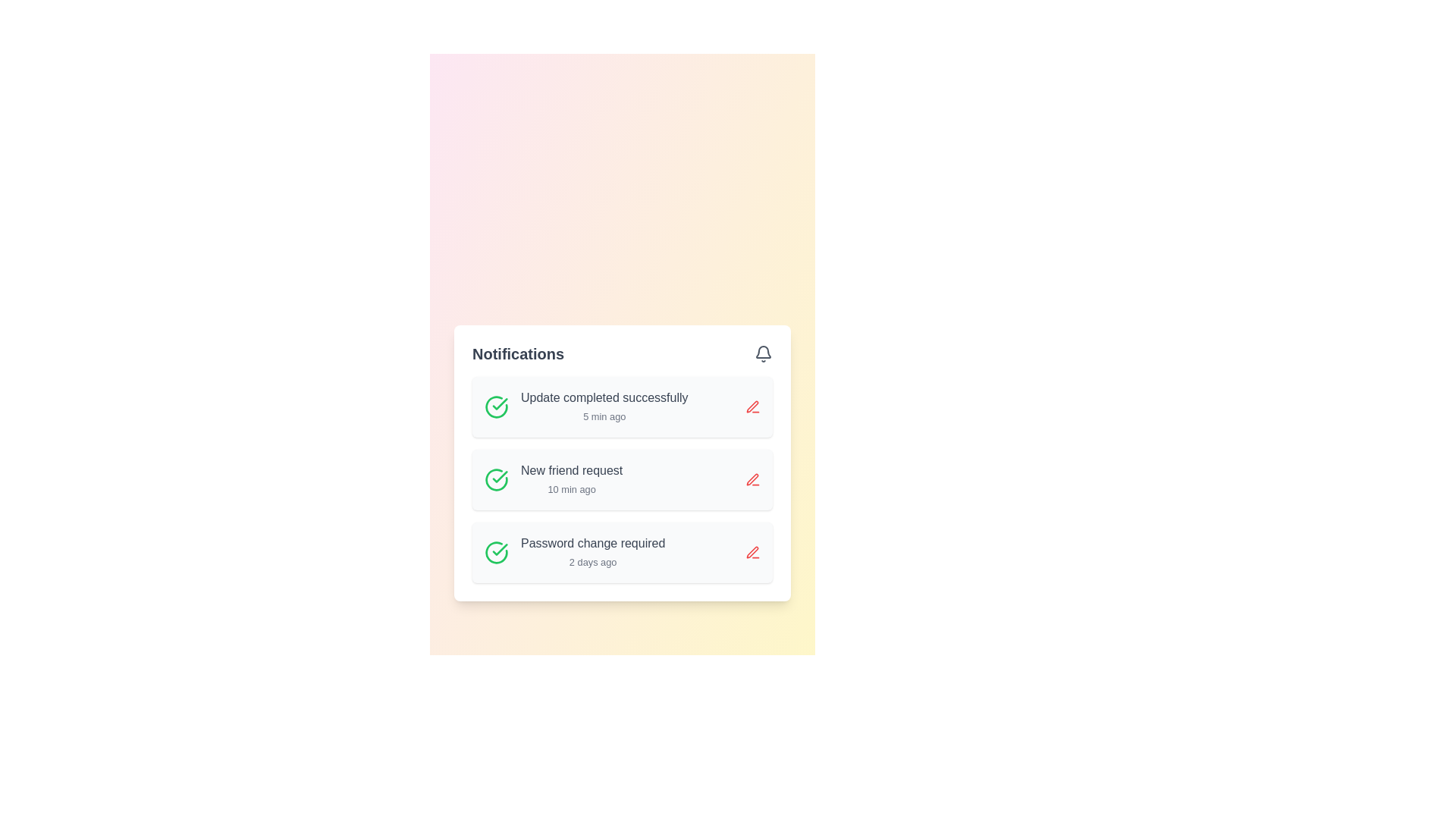 The width and height of the screenshot is (1456, 819). What do you see at coordinates (592, 543) in the screenshot?
I see `the Text Label that notifies the user about the need for a password change, located in the third notification row under 'Notifications'` at bounding box center [592, 543].